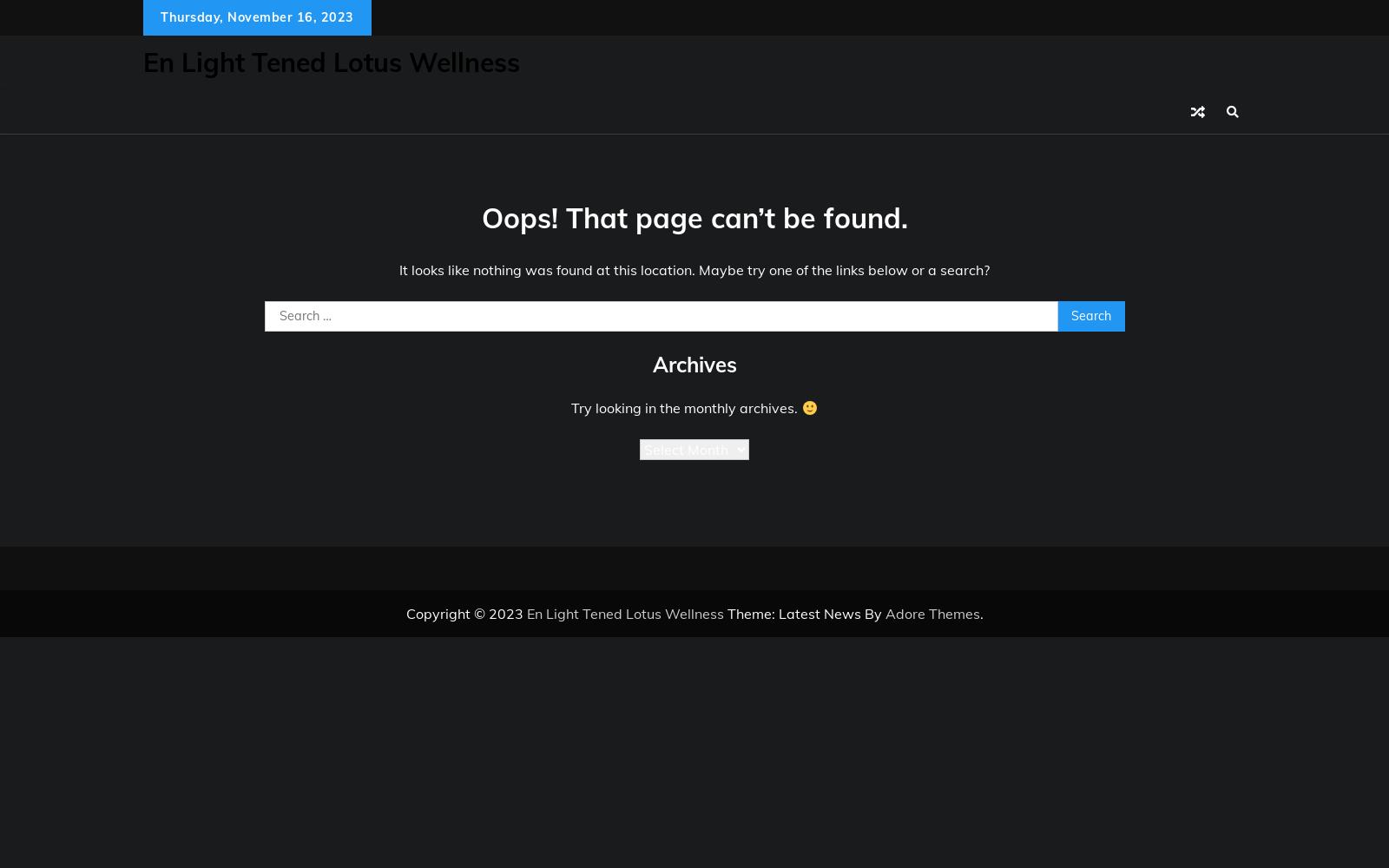 Image resolution: width=1389 pixels, height=868 pixels. I want to click on 'Archives', so click(694, 365).